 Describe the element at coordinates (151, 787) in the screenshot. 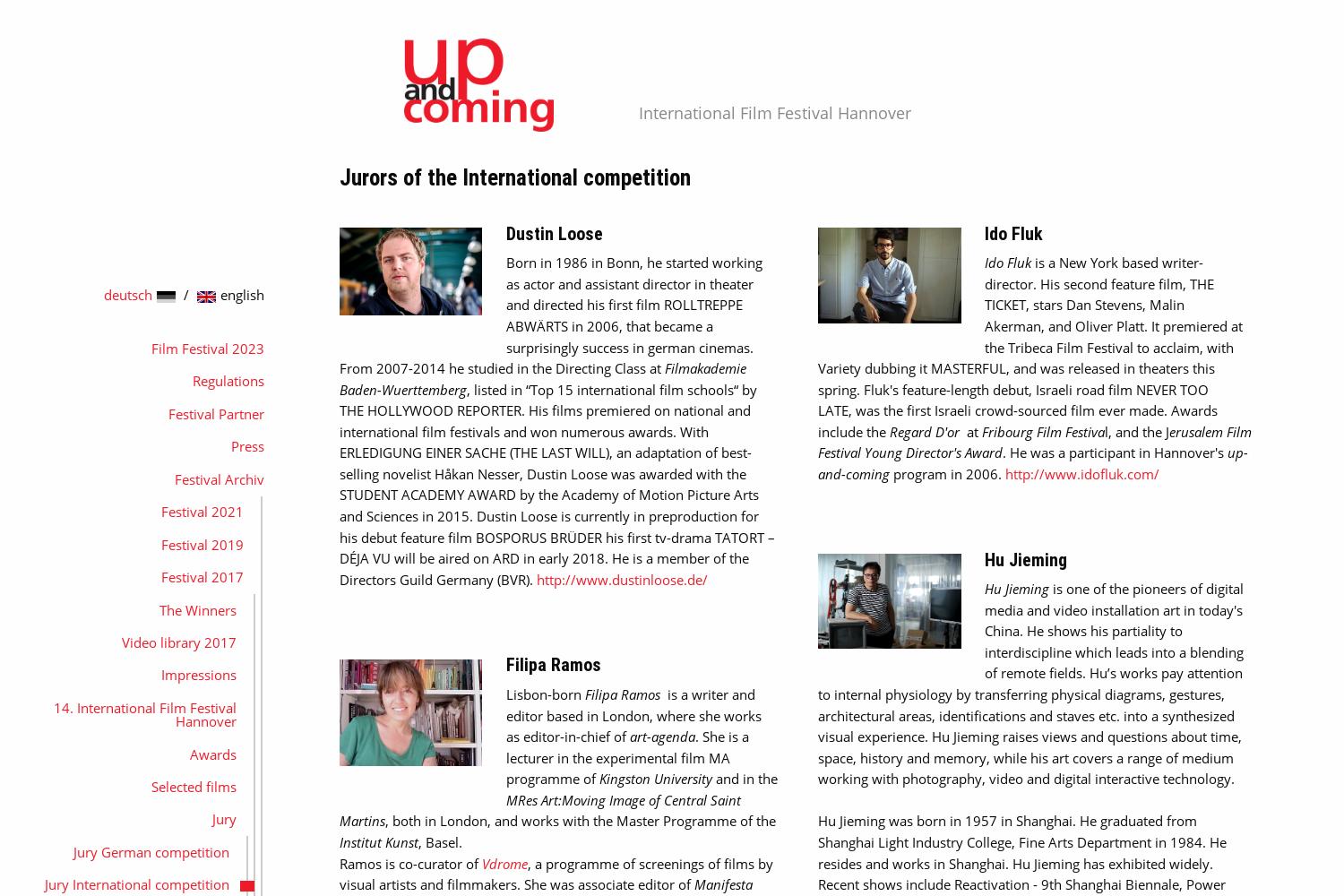

I see `'Selected films'` at that location.